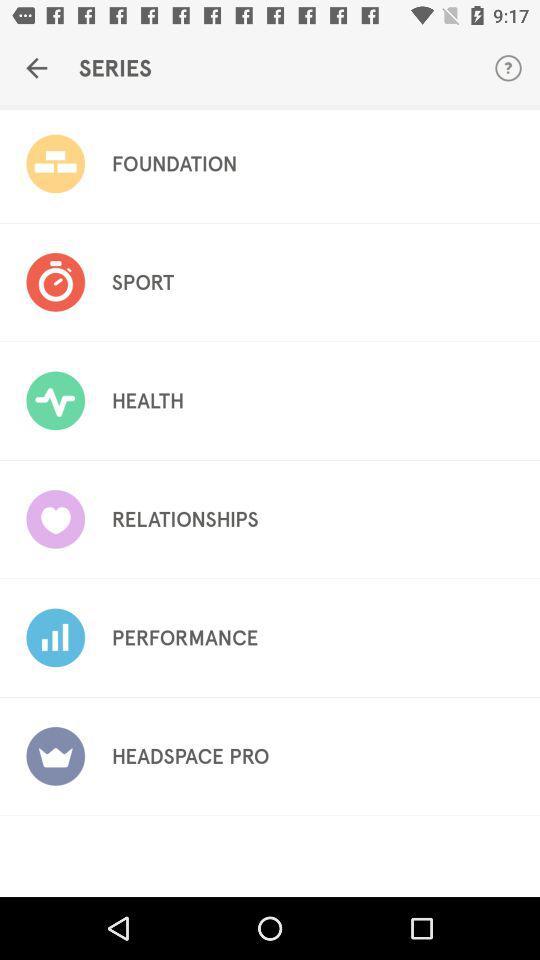 Image resolution: width=540 pixels, height=960 pixels. I want to click on item at the top right corner, so click(508, 68).